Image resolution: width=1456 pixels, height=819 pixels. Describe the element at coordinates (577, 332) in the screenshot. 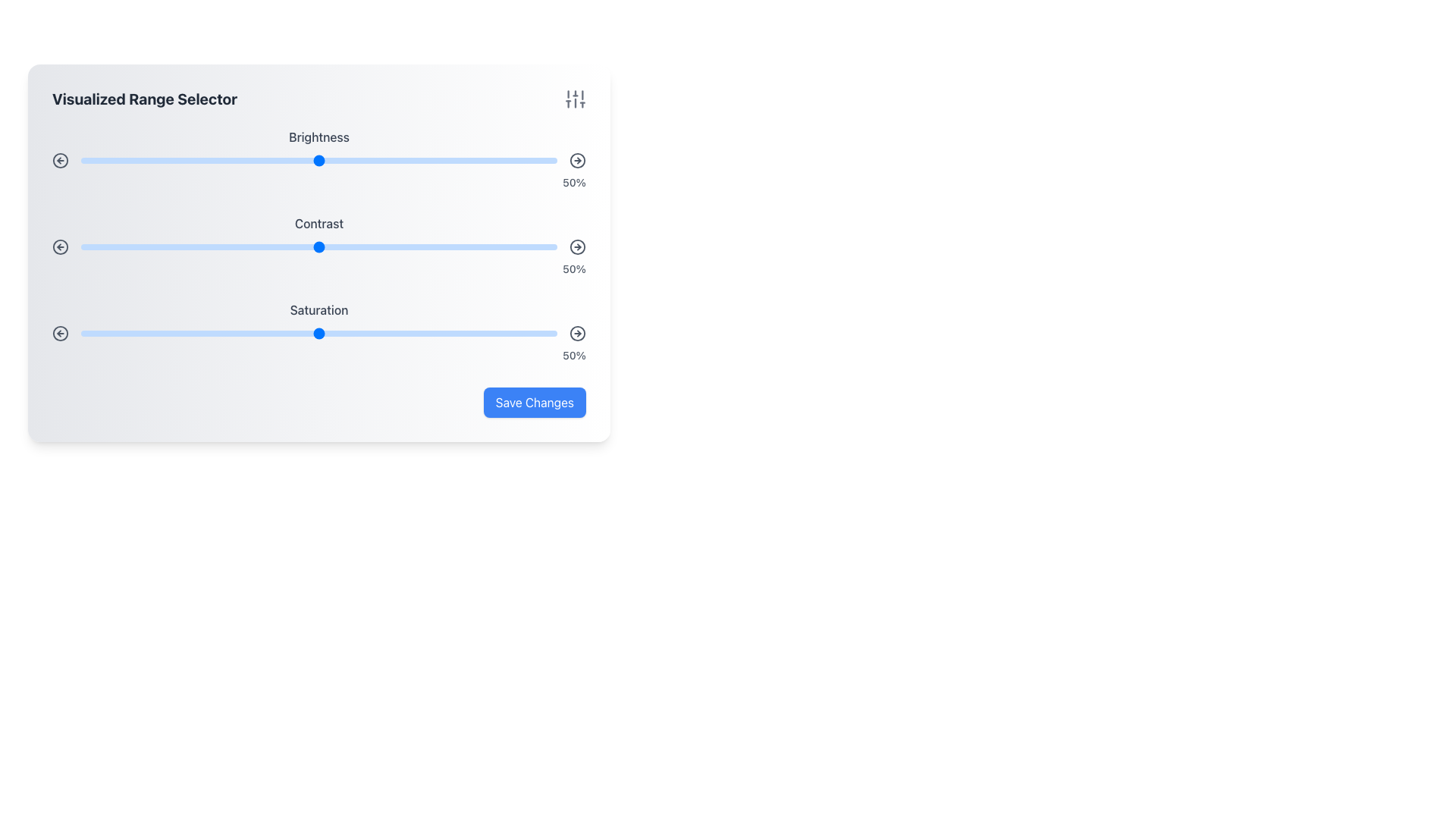

I see `the circular icon button with a gray border and a red arrow pointing to the right, located on the far right of the 'Saturation' slider` at that location.